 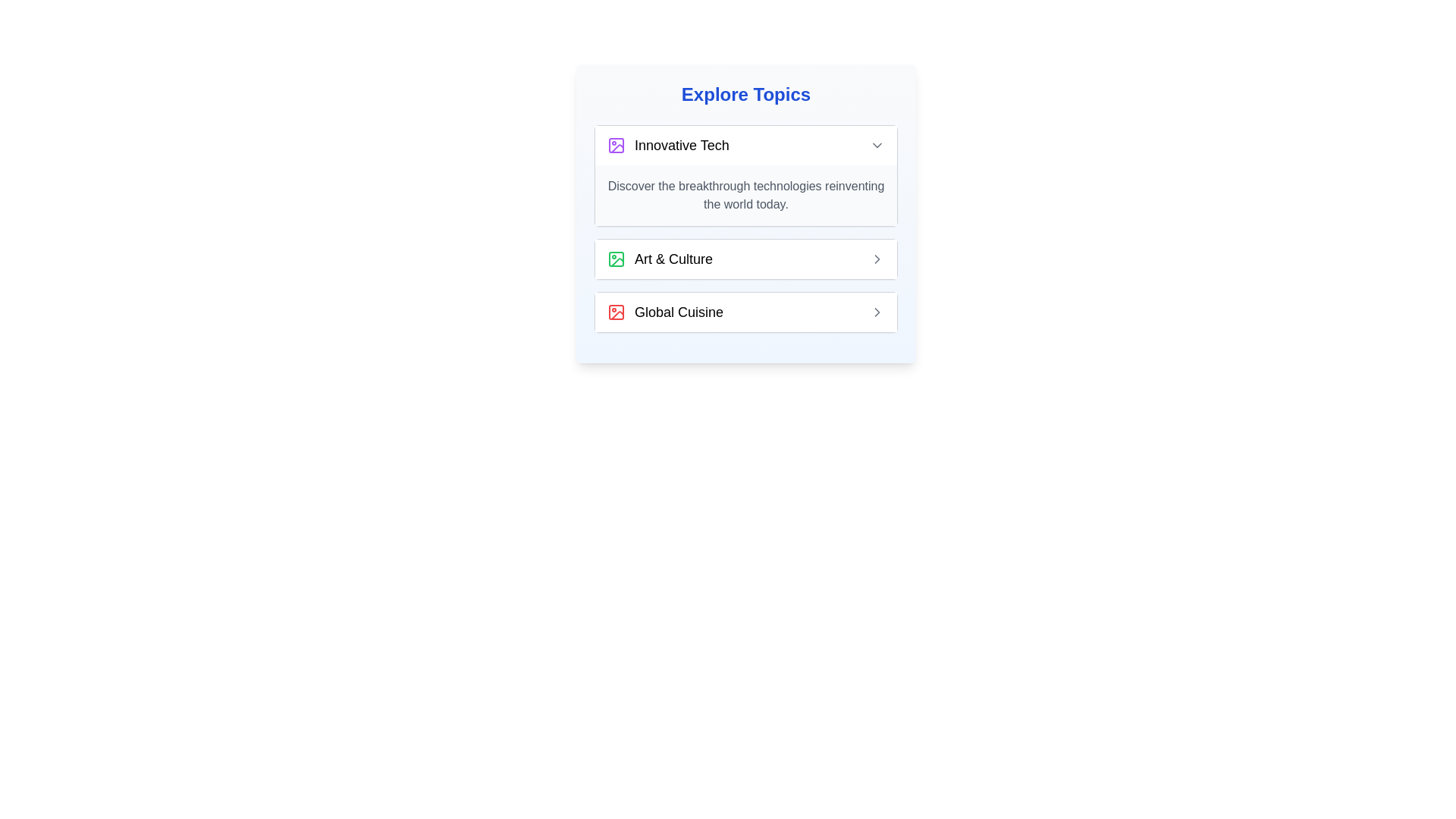 What do you see at coordinates (616, 259) in the screenshot?
I see `the graphical icon frame element located to the left of the 'Art & Culture' text on the second button in the list` at bounding box center [616, 259].